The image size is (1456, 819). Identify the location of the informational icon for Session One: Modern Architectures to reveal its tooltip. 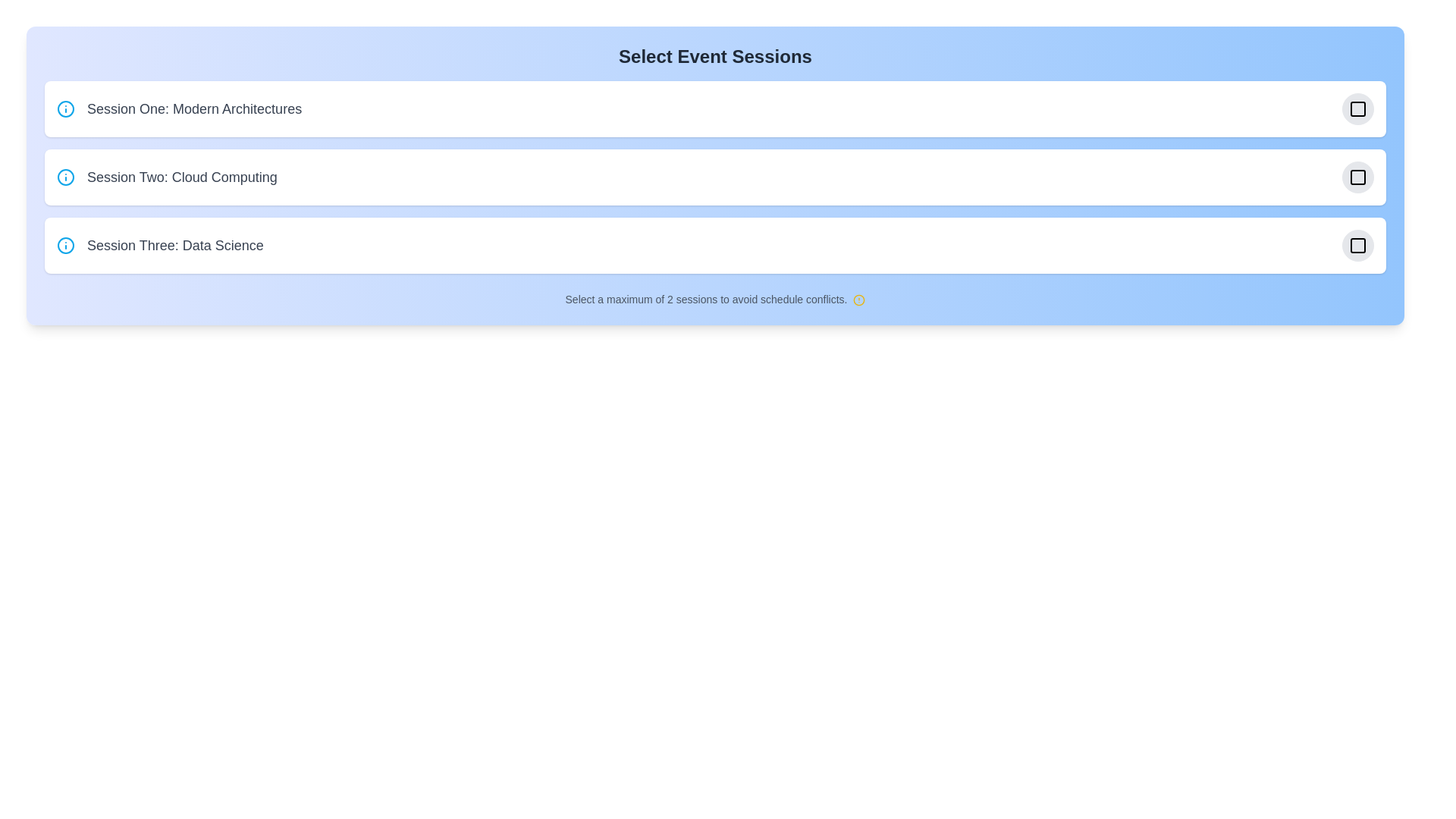
(64, 108).